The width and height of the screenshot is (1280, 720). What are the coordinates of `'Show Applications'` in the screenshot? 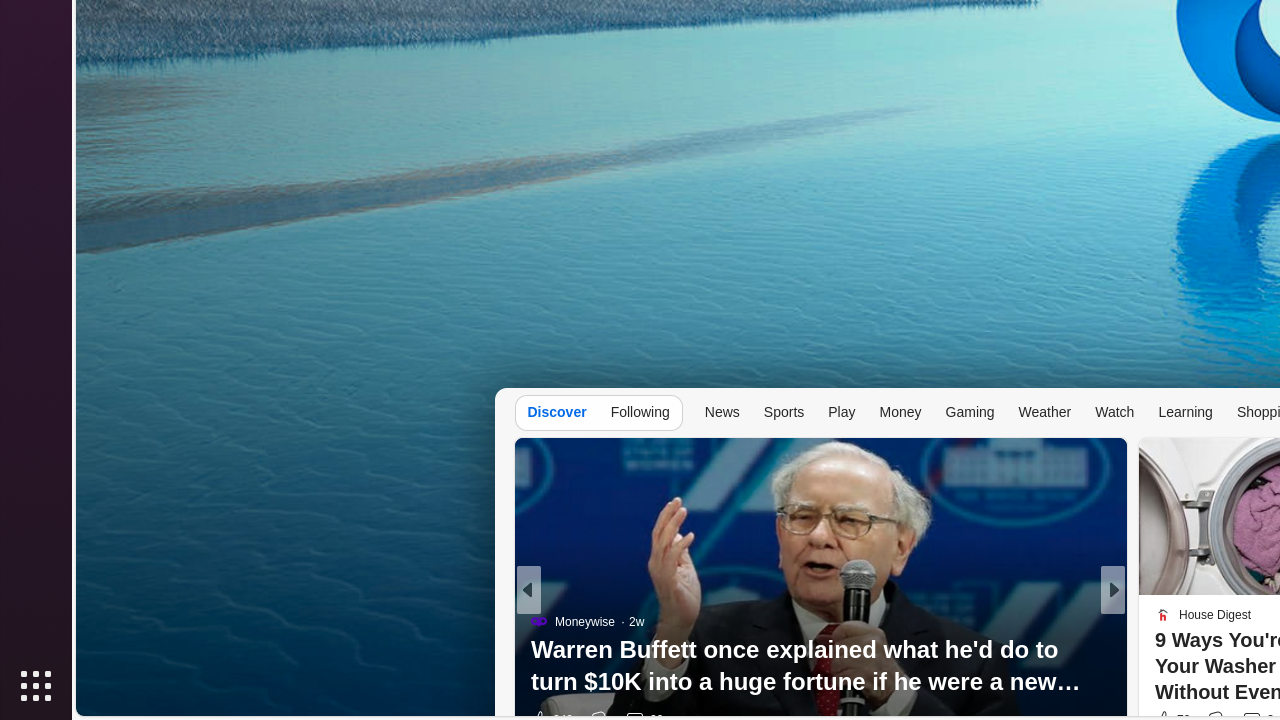 It's located at (35, 685).